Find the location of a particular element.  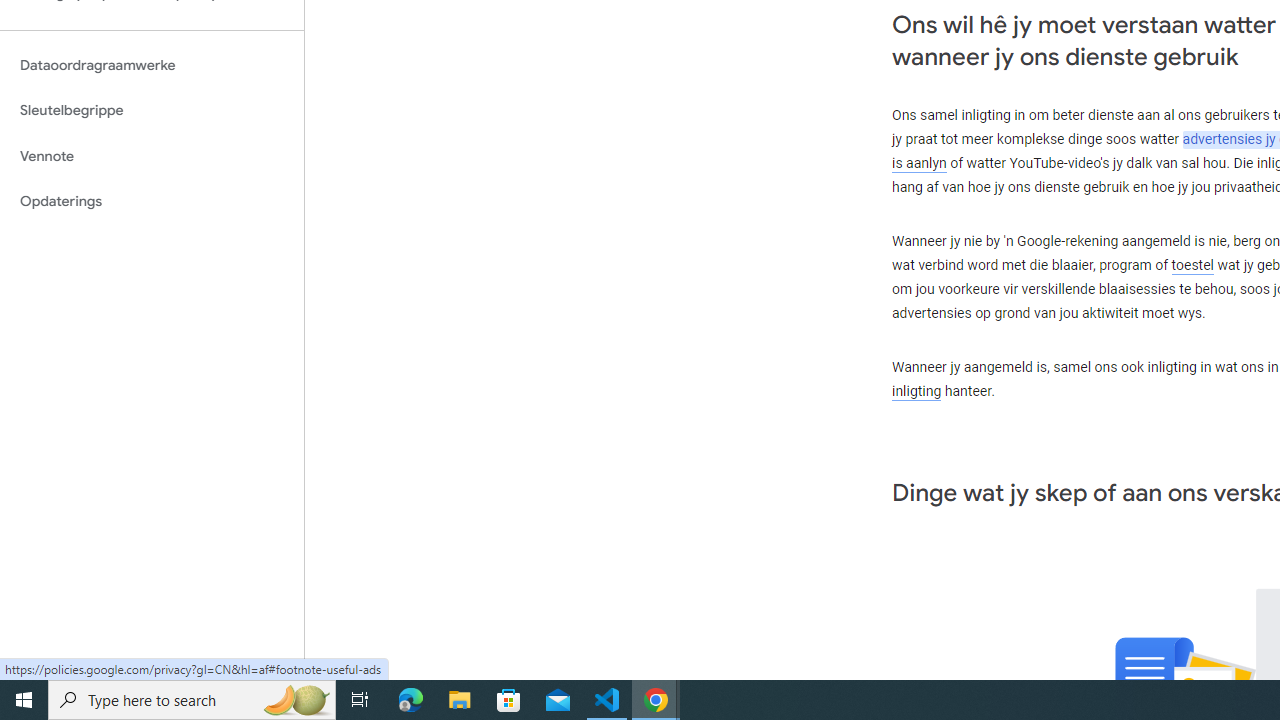

'Dataoordragraamwerke' is located at coordinates (151, 64).